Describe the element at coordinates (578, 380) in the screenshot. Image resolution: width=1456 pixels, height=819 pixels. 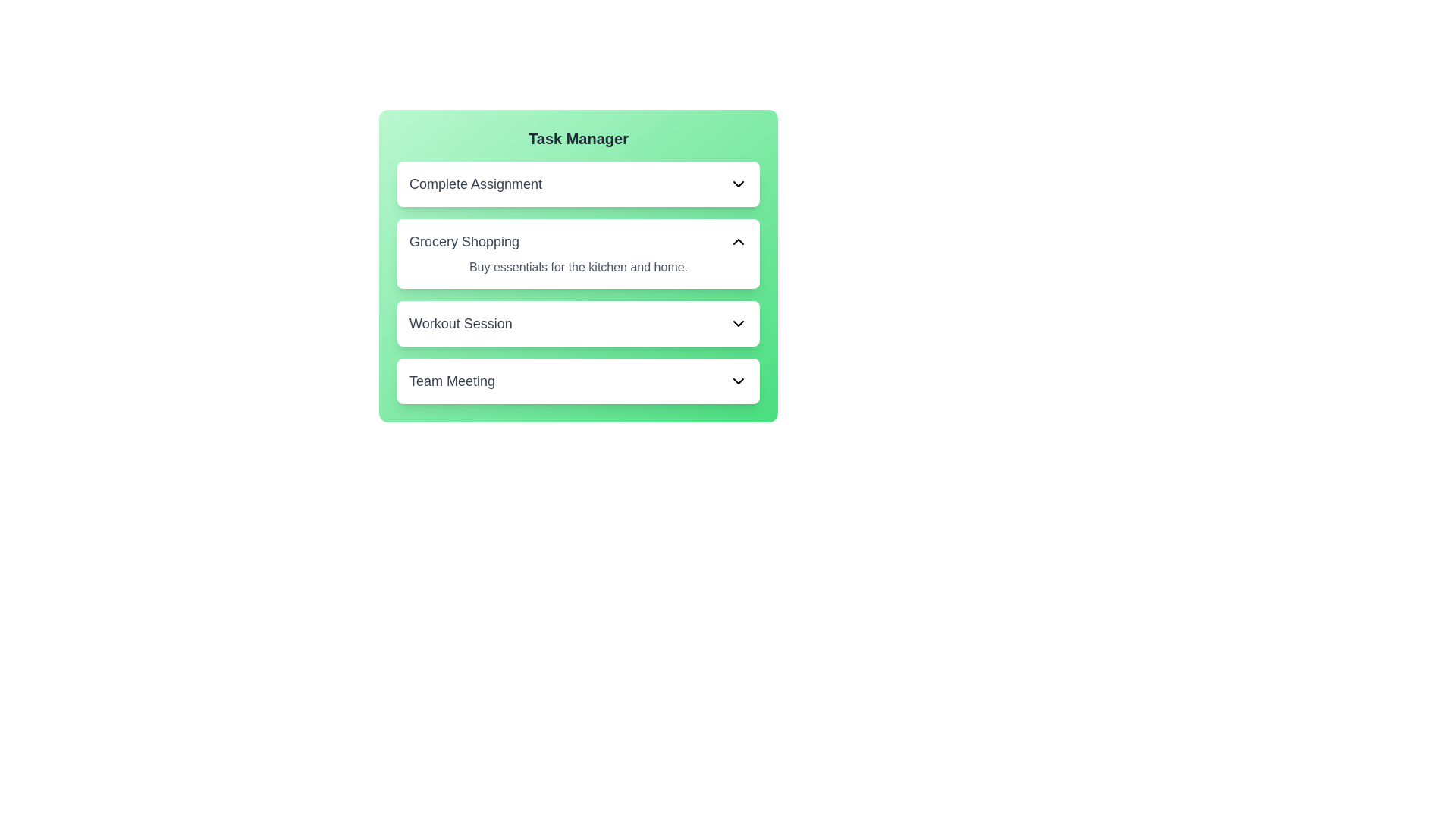
I see `the task card with title Team Meeting` at that location.